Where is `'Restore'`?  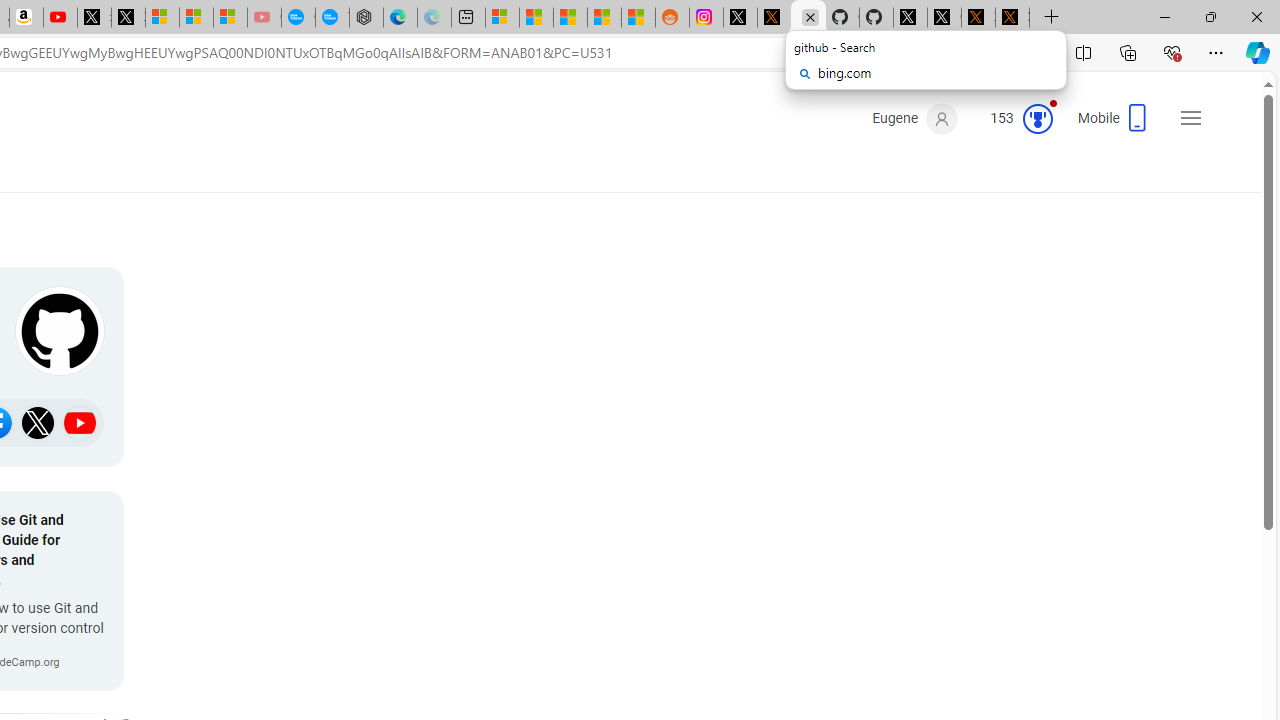
'Restore' is located at coordinates (1209, 16).